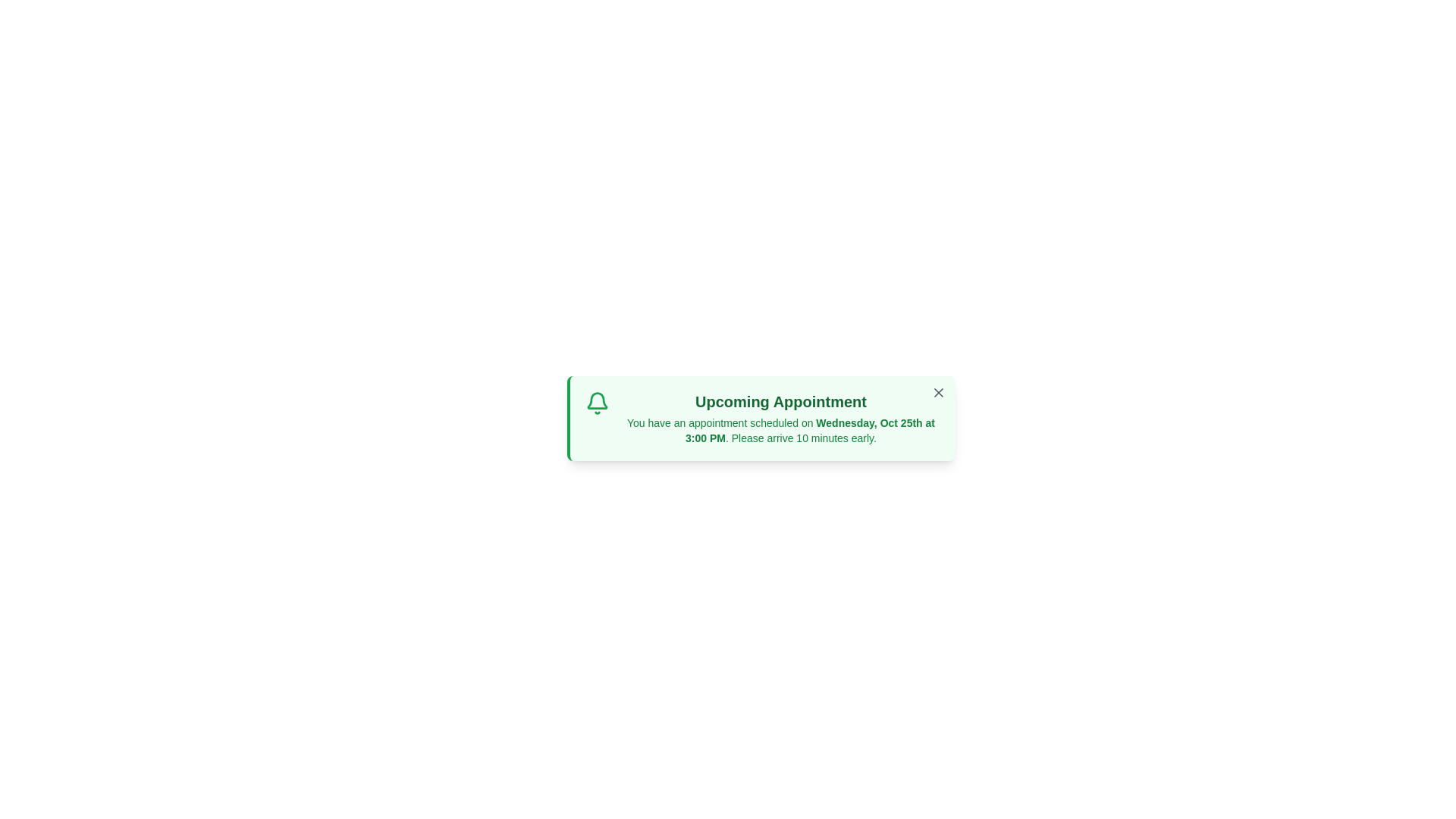  I want to click on the text block displaying the 'Upcoming Appointment' reminder, which is centrally positioned within the notification card, so click(781, 418).